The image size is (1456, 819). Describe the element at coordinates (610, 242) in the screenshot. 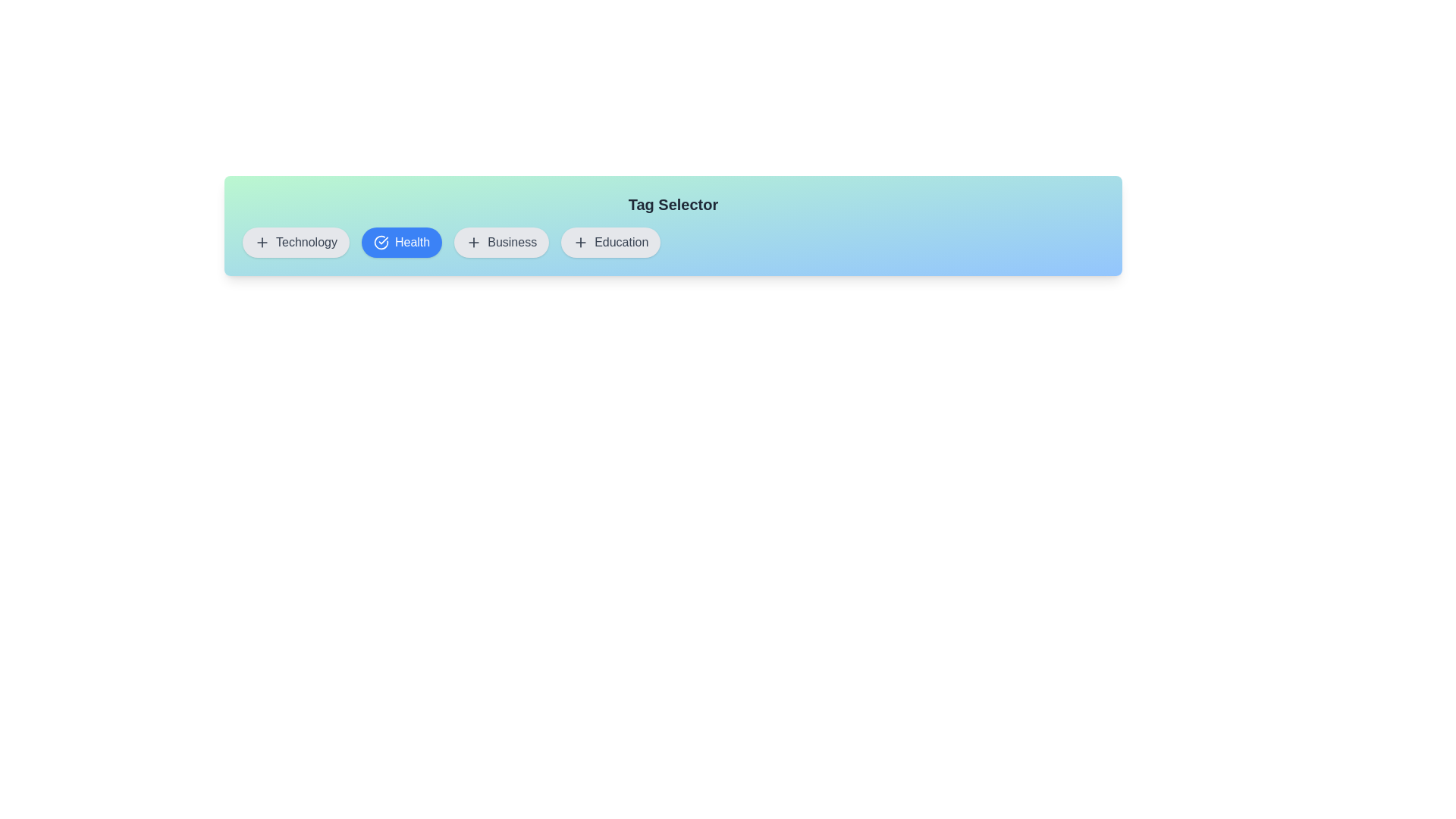

I see `the tag Education by clicking on it` at that location.